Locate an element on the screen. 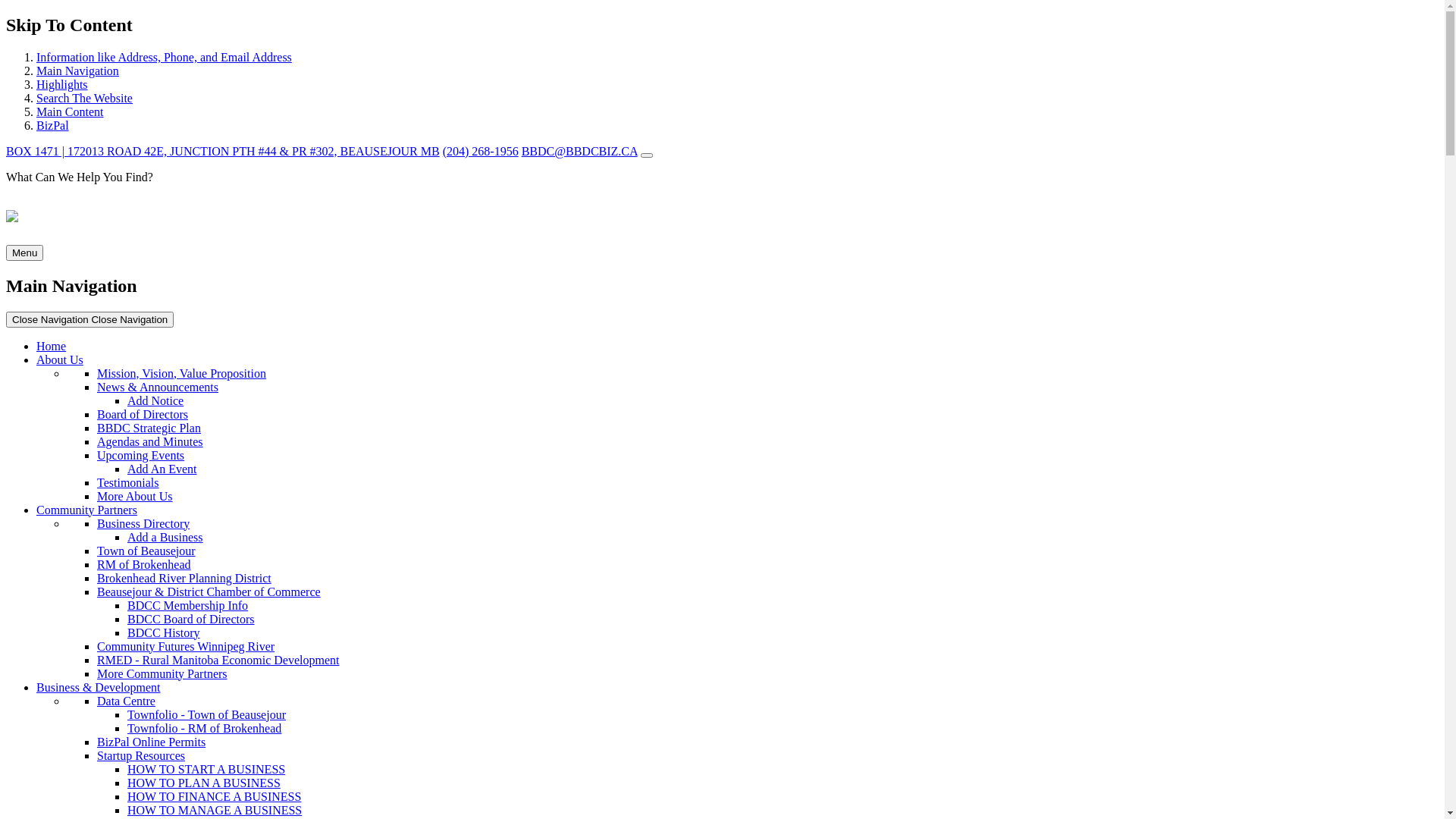 The height and width of the screenshot is (819, 1456). 'BDCC Membership Info' is located at coordinates (187, 604).